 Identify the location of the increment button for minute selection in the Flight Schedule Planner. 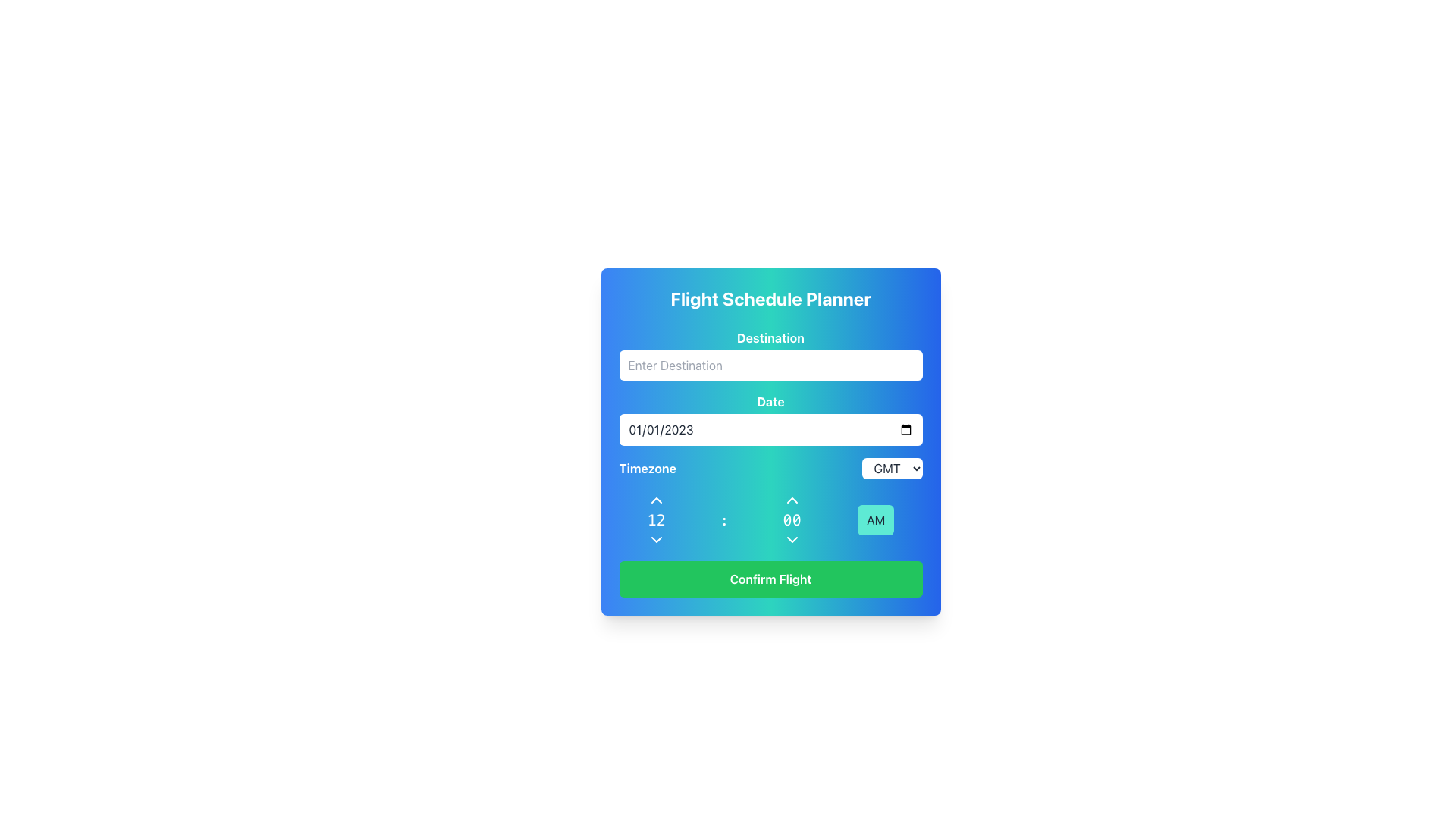
(791, 500).